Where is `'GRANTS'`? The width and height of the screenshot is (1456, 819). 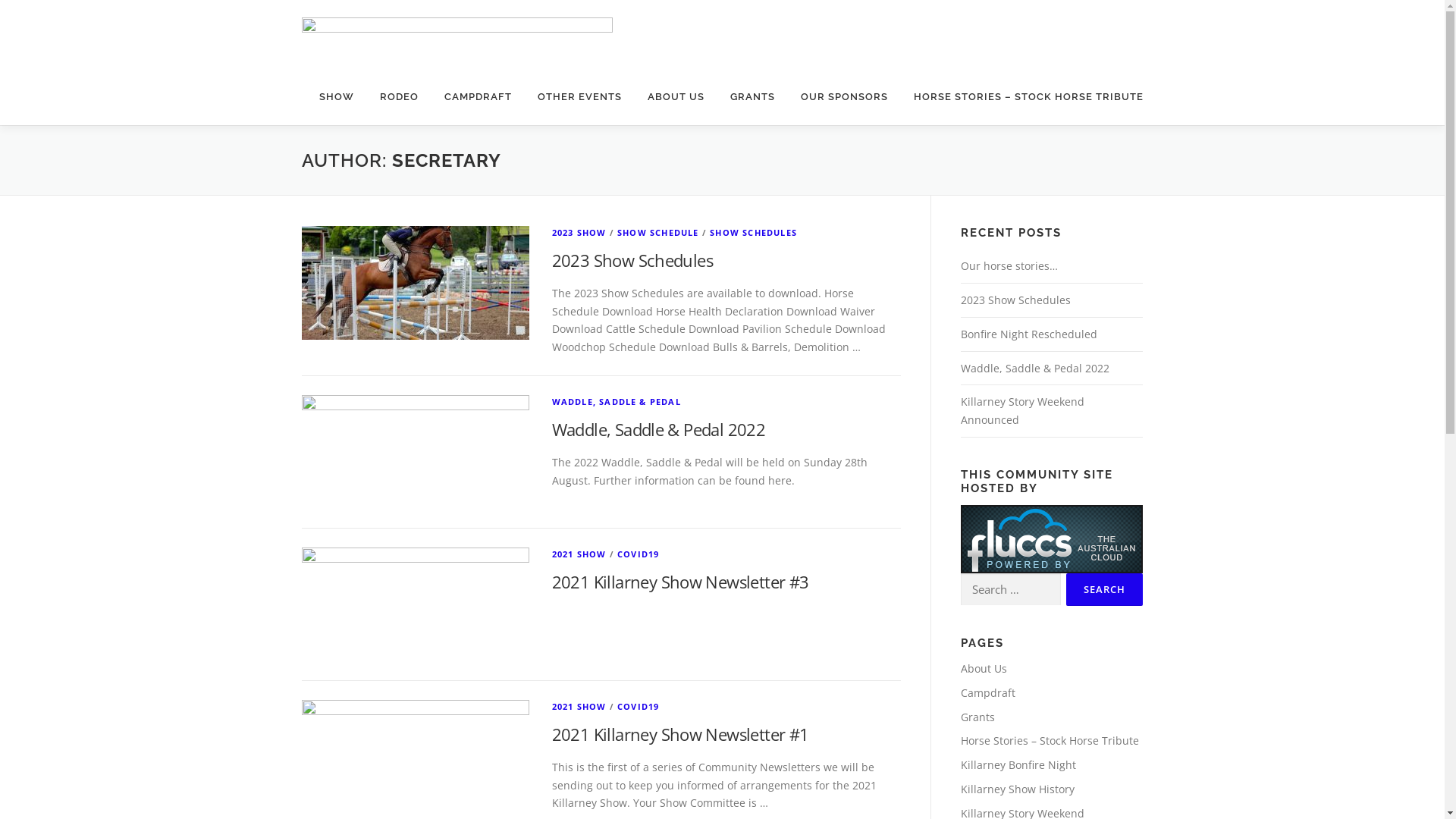
'GRANTS' is located at coordinates (752, 96).